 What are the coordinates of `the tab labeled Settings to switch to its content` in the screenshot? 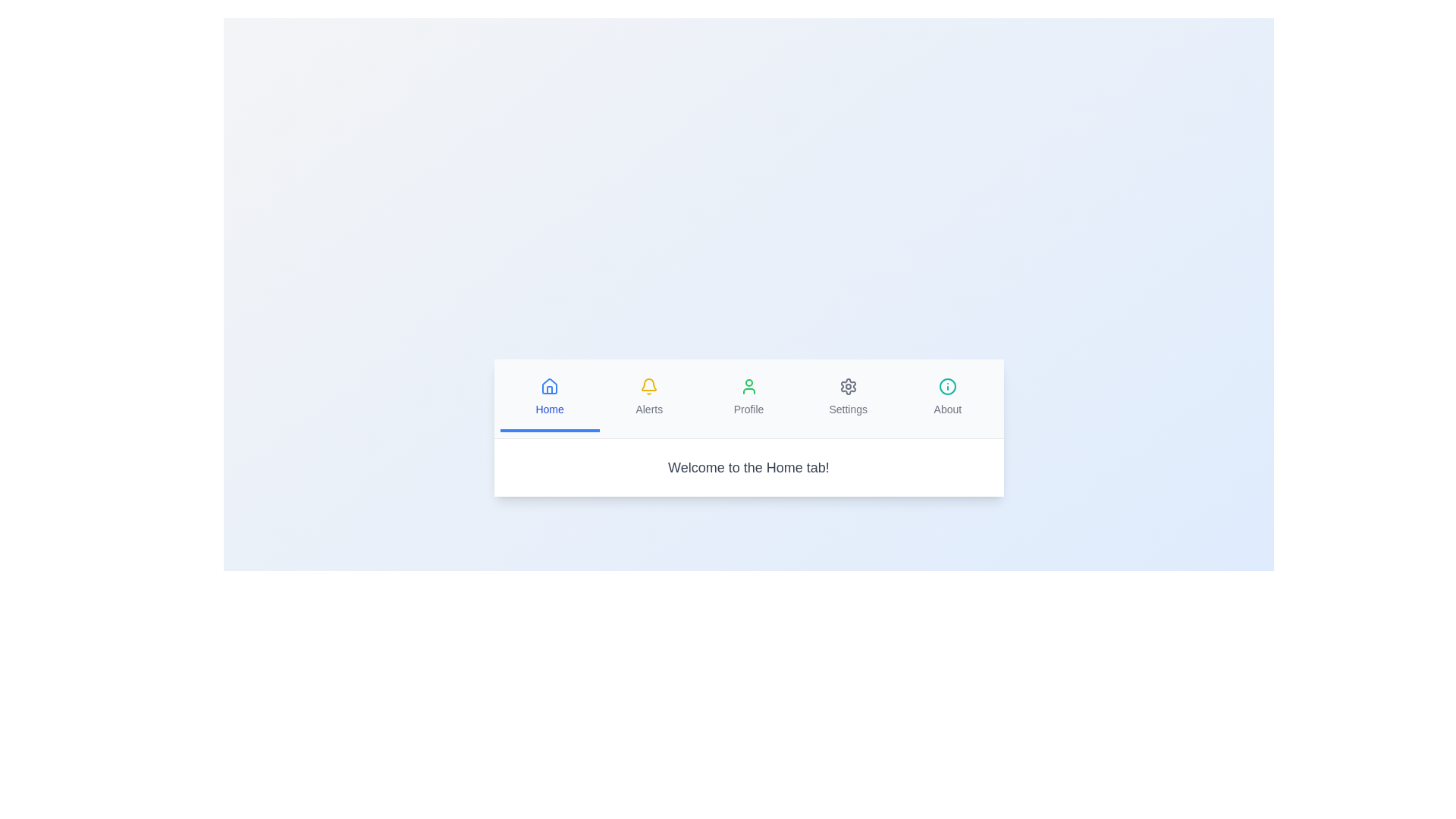 It's located at (847, 397).